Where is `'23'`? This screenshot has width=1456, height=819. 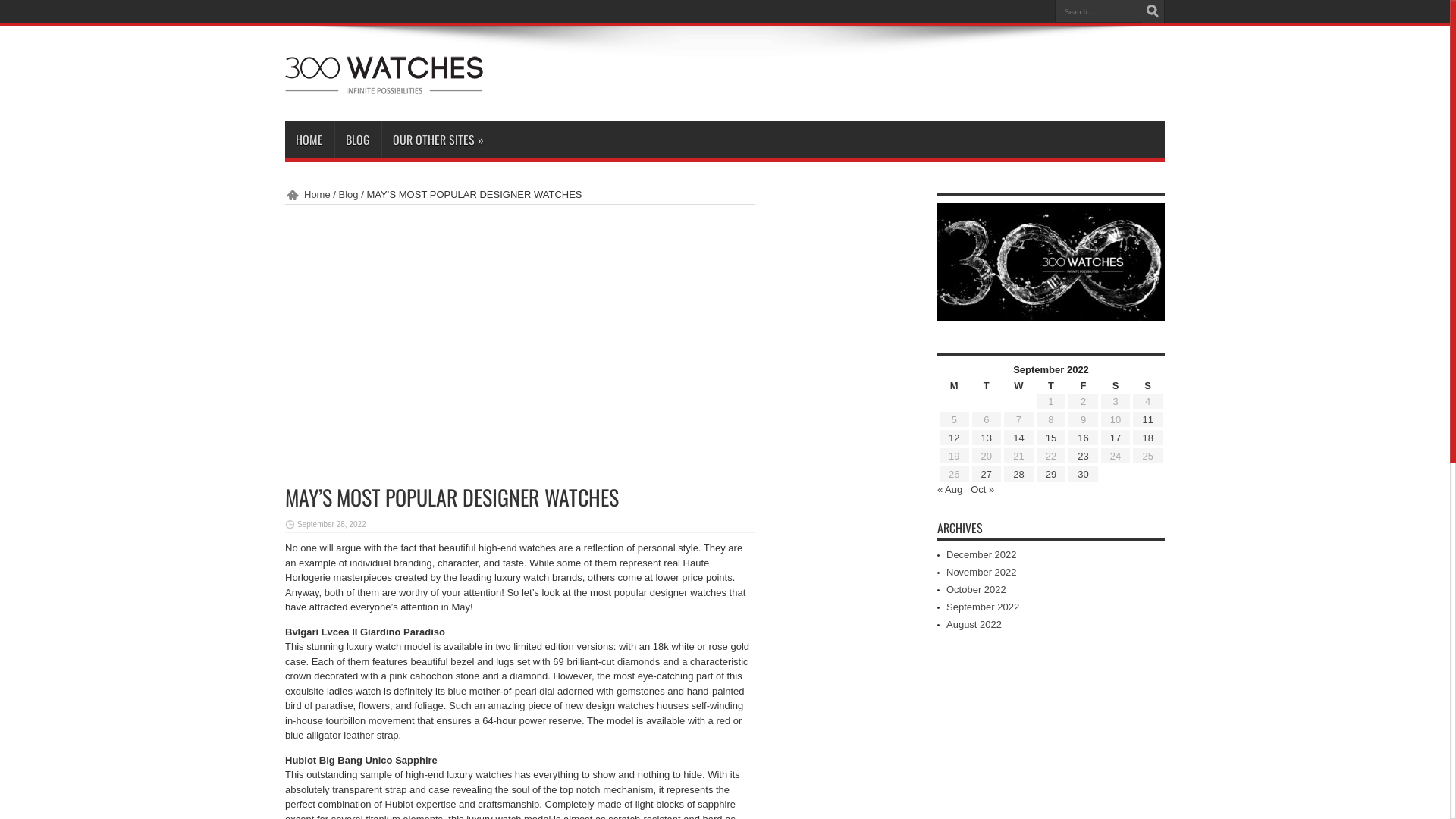 '23' is located at coordinates (1076, 455).